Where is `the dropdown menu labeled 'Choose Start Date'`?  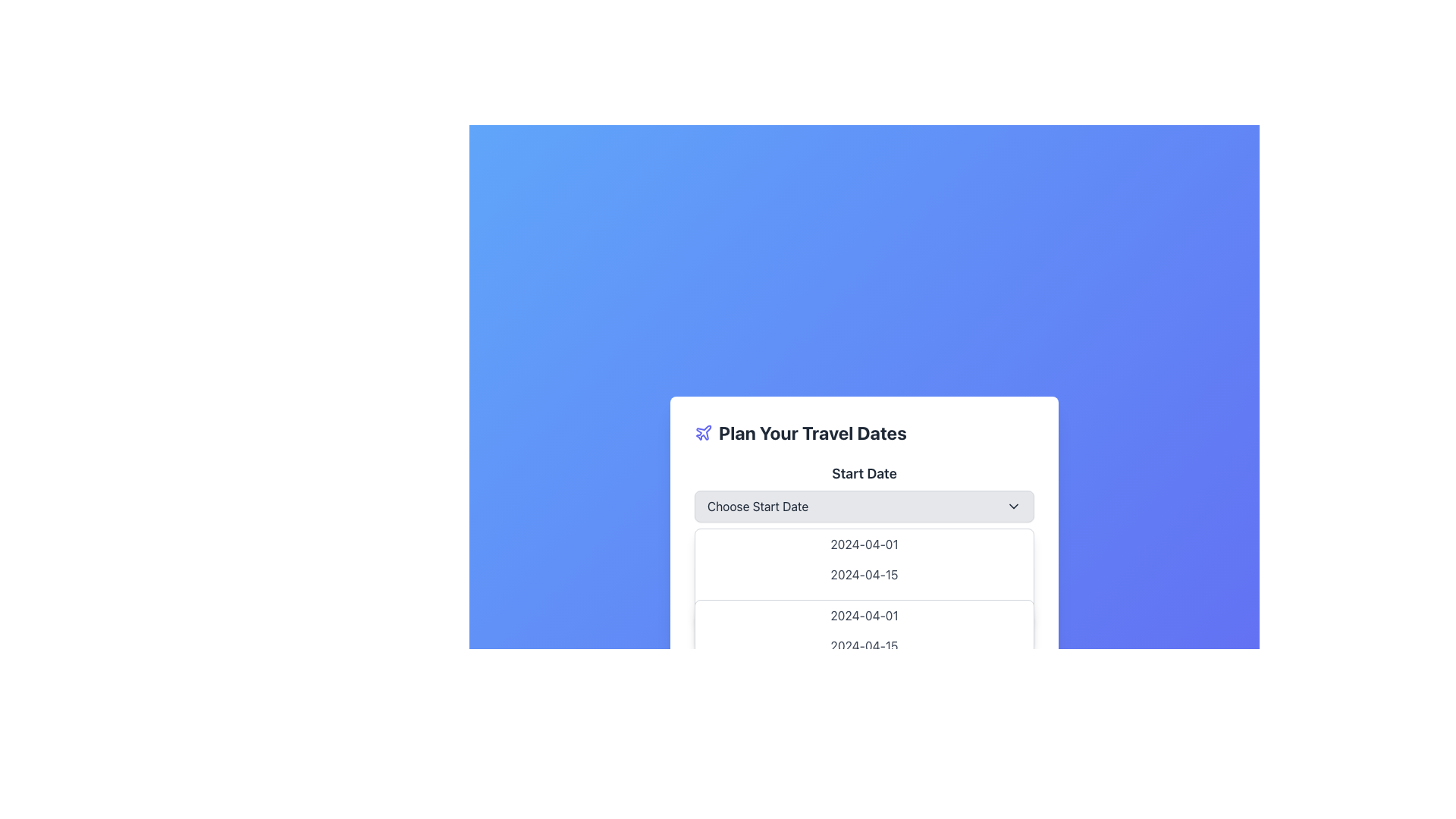
the dropdown menu labeled 'Choose Start Date' is located at coordinates (864, 506).